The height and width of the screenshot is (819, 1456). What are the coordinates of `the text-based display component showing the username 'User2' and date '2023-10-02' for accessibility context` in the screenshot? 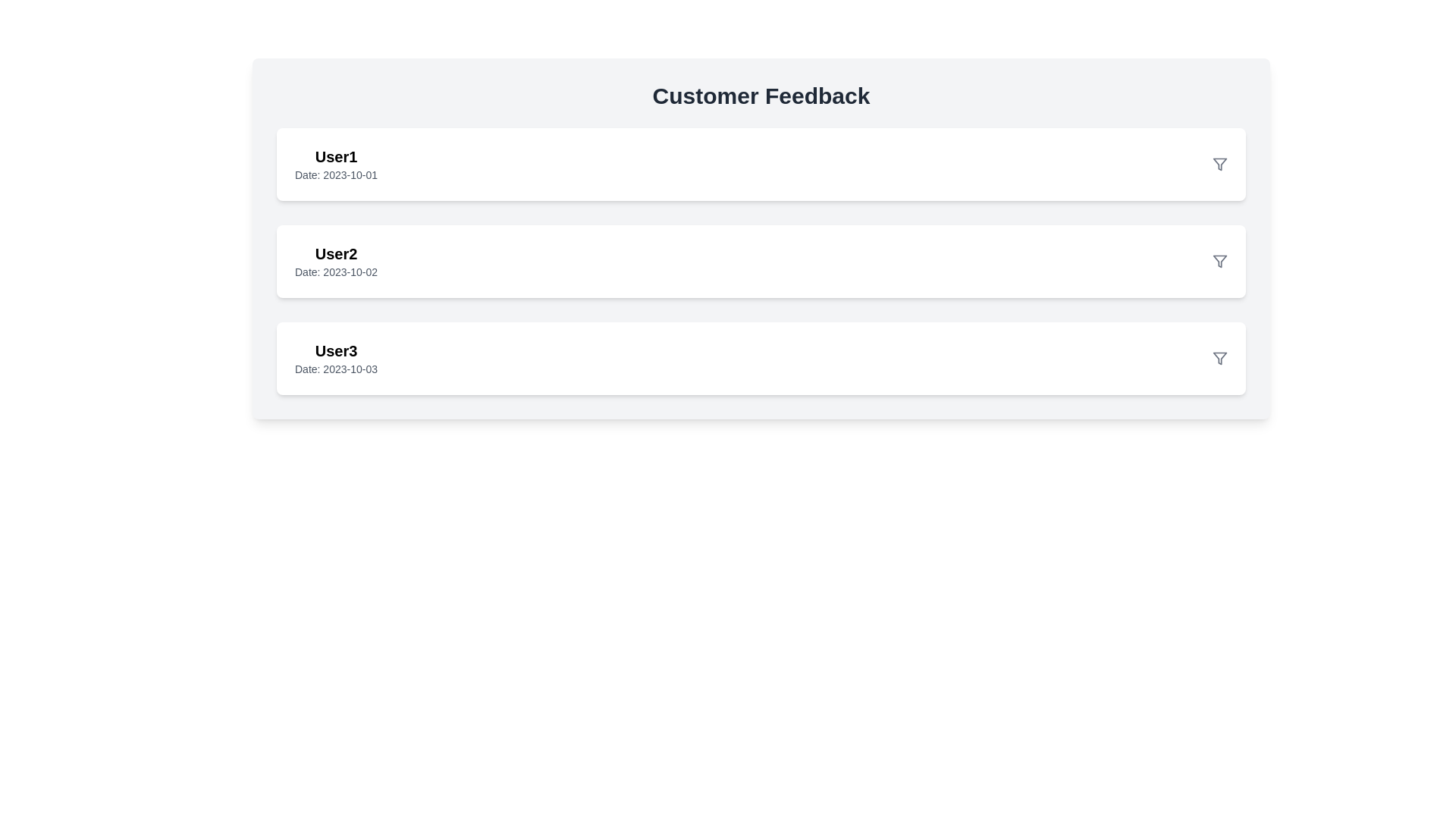 It's located at (335, 260).